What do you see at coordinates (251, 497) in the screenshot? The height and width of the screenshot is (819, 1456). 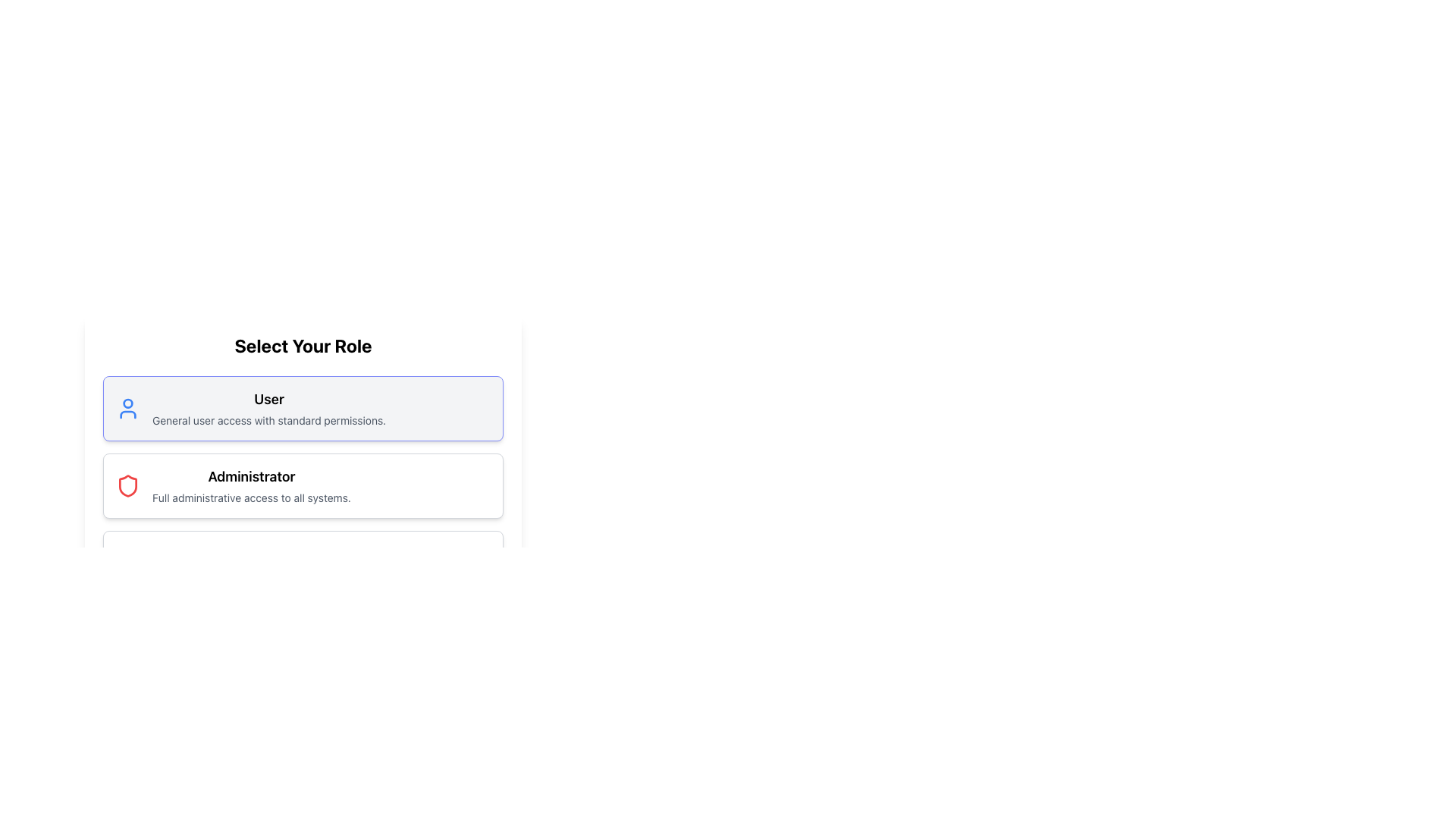 I see `the text label stating 'Full administrative access to all systems.' which is located below the 'Administrator' text within the second card of the 'Select Your Role' interface` at bounding box center [251, 497].